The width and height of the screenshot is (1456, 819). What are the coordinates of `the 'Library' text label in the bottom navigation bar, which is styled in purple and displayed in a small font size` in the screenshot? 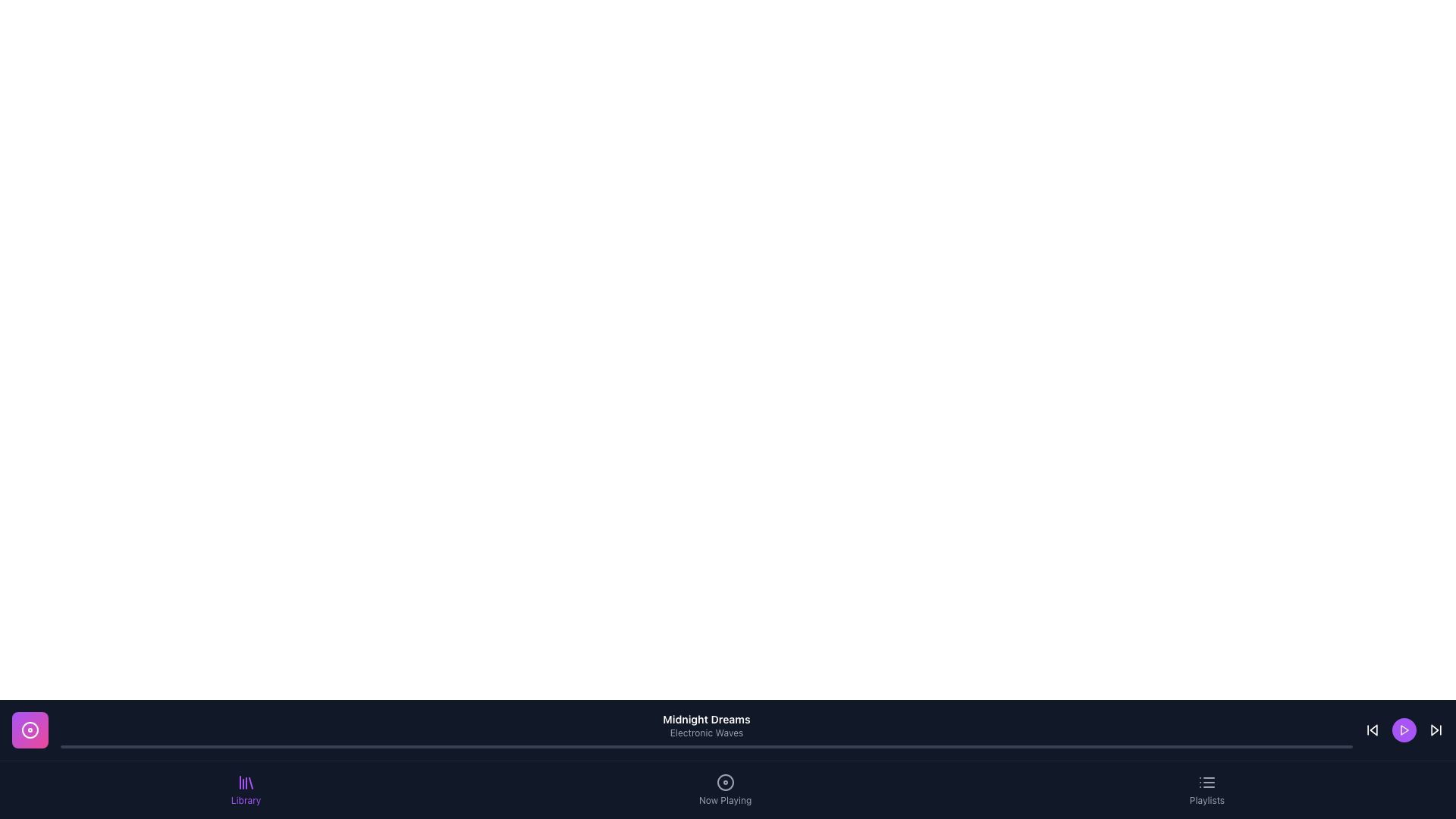 It's located at (246, 800).